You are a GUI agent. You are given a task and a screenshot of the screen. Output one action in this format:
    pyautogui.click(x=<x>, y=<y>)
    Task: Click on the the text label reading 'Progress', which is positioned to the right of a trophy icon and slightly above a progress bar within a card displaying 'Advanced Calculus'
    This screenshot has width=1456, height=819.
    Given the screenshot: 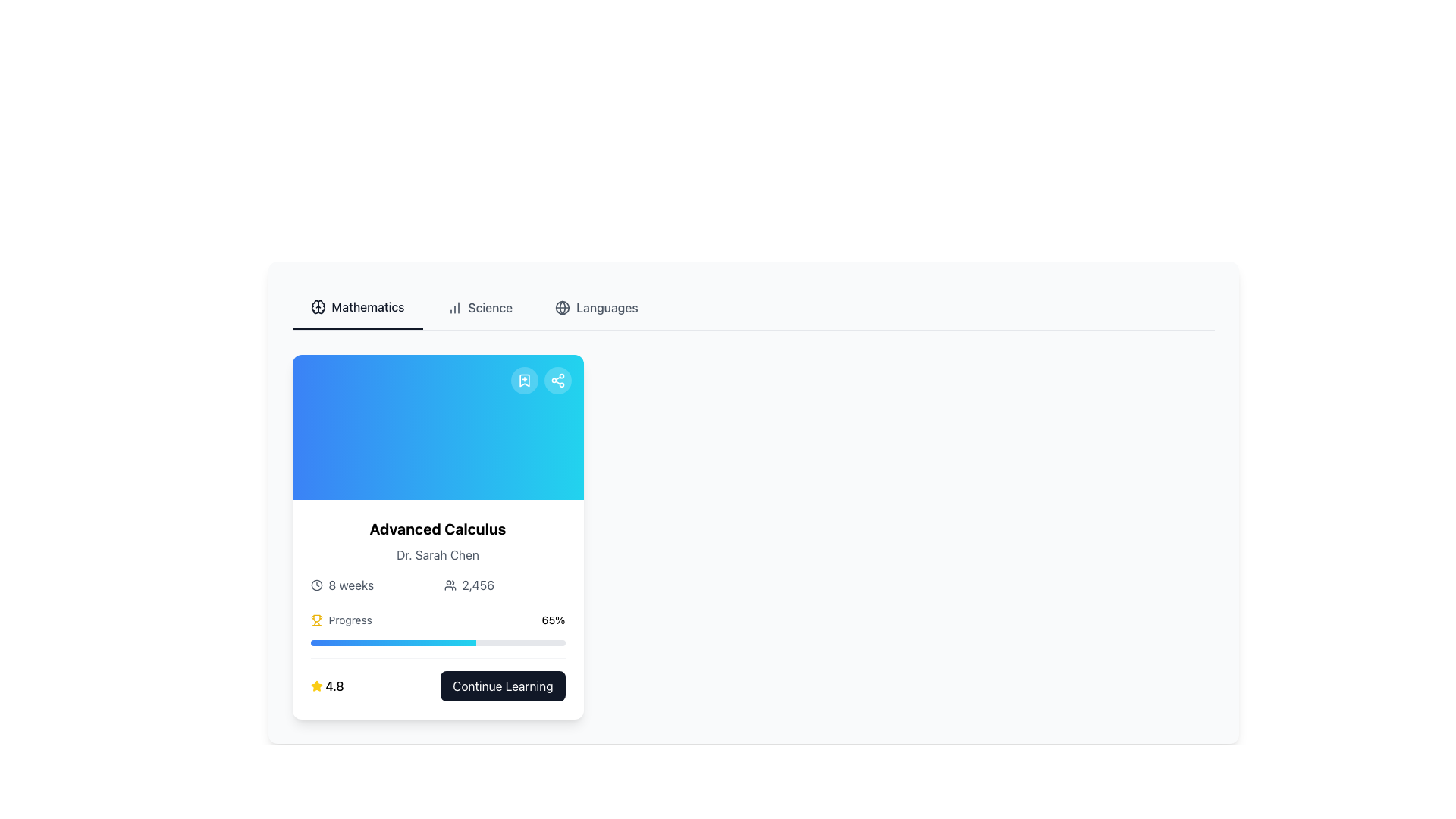 What is the action you would take?
    pyautogui.click(x=350, y=620)
    